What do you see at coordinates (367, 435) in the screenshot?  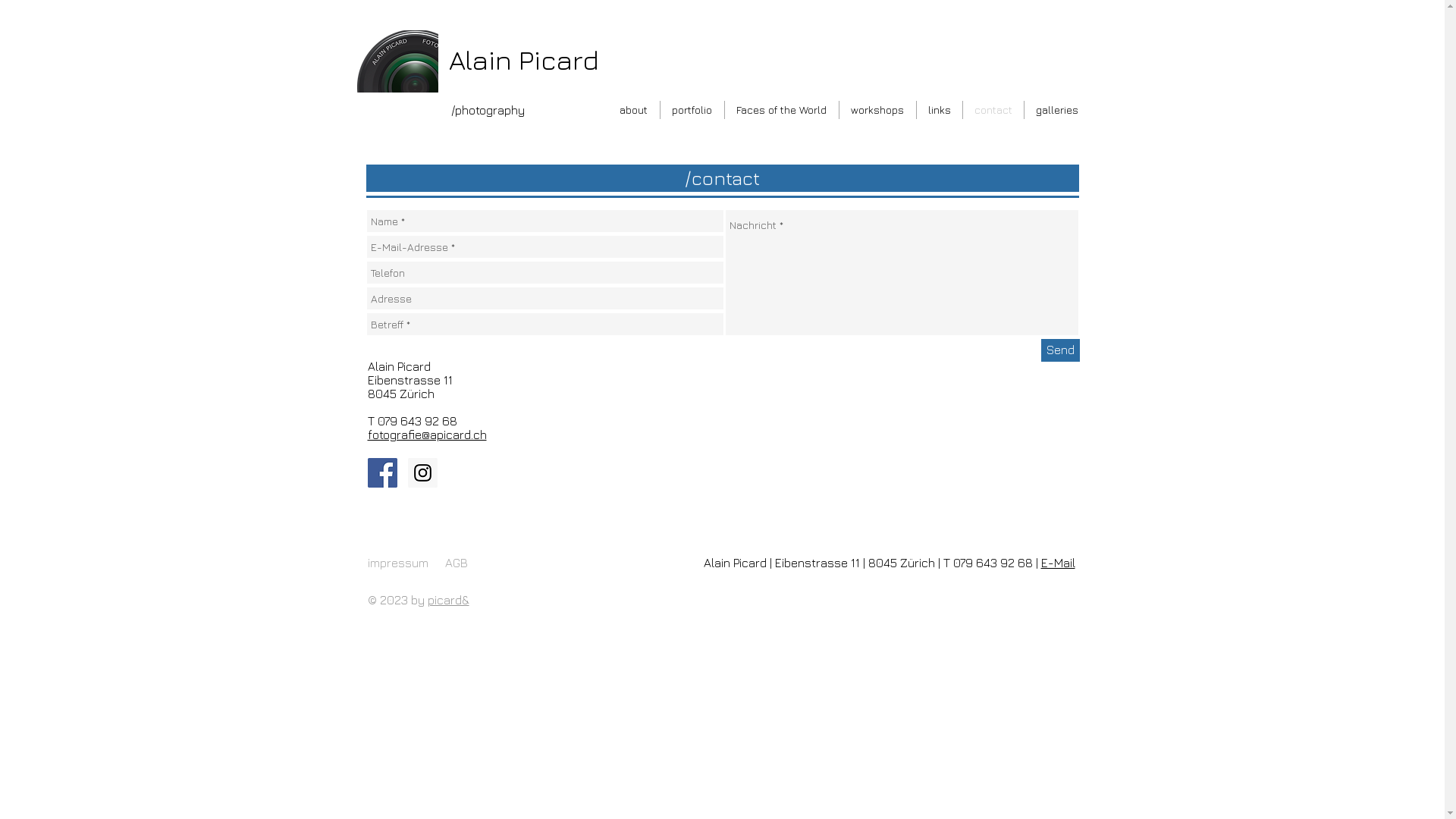 I see `'fotografie@apicard.ch'` at bounding box center [367, 435].